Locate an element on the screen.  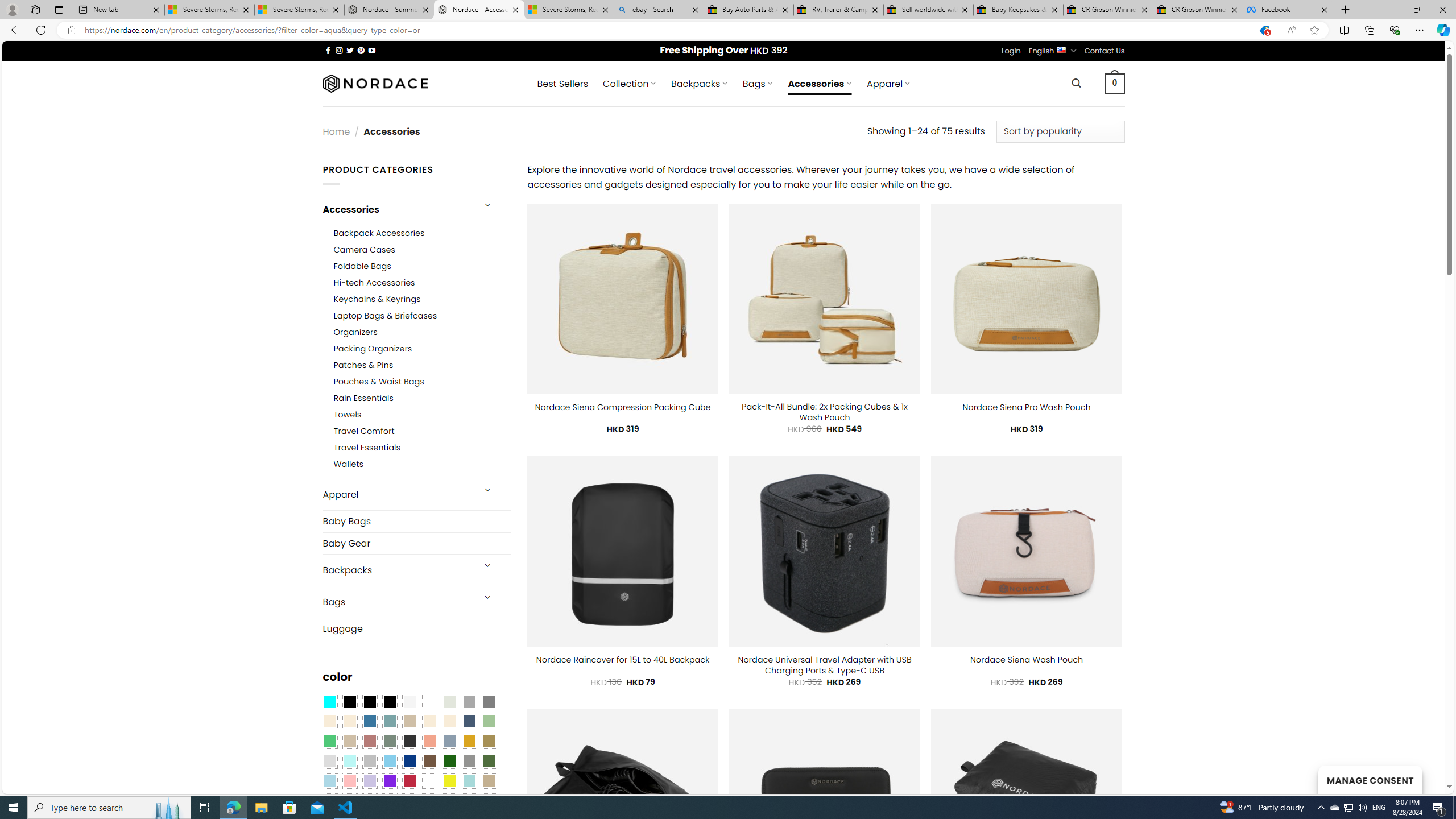
'Cream' is located at coordinates (449, 721).